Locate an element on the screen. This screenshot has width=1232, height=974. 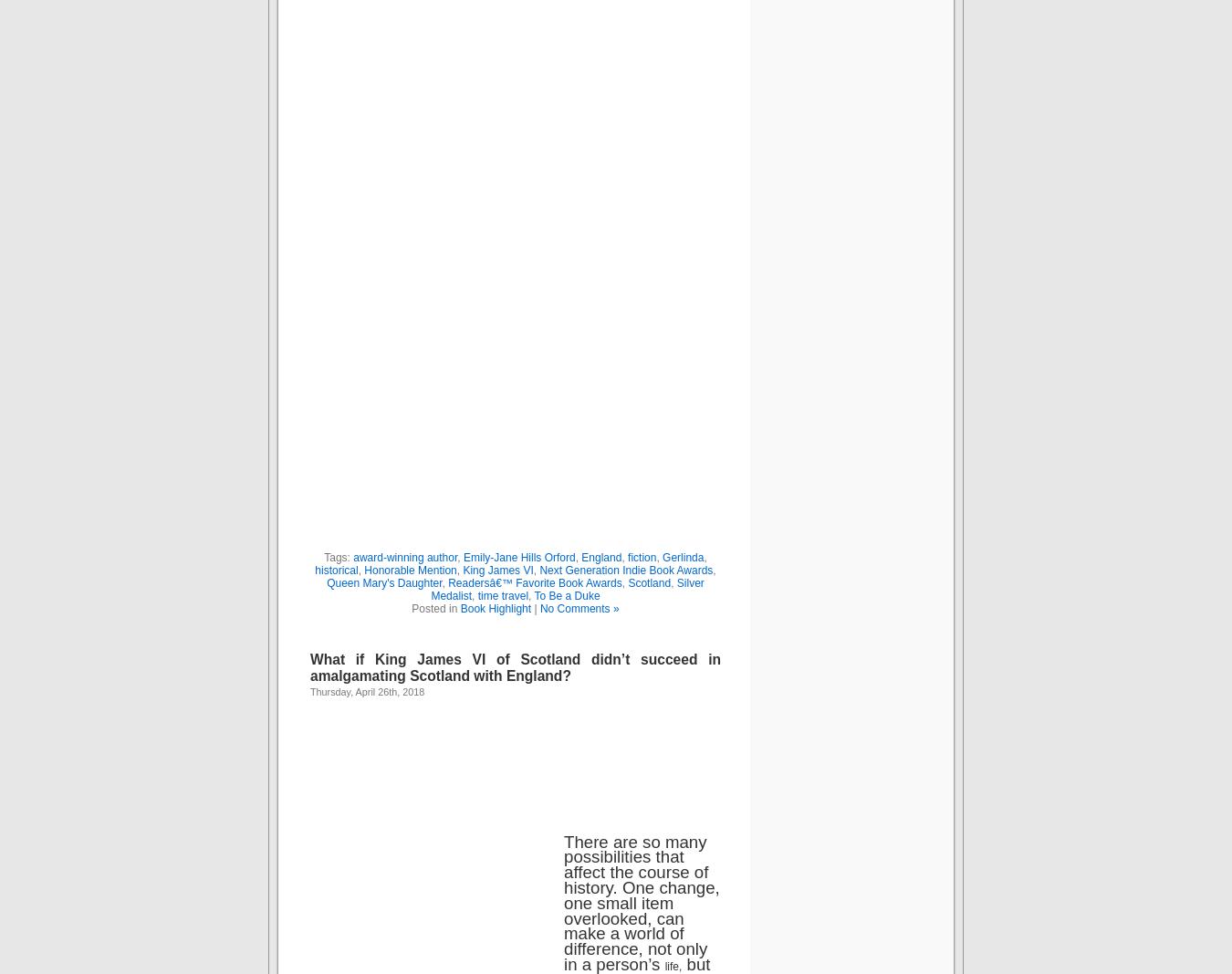
'Queen Mary's Daughter' is located at coordinates (384, 581).